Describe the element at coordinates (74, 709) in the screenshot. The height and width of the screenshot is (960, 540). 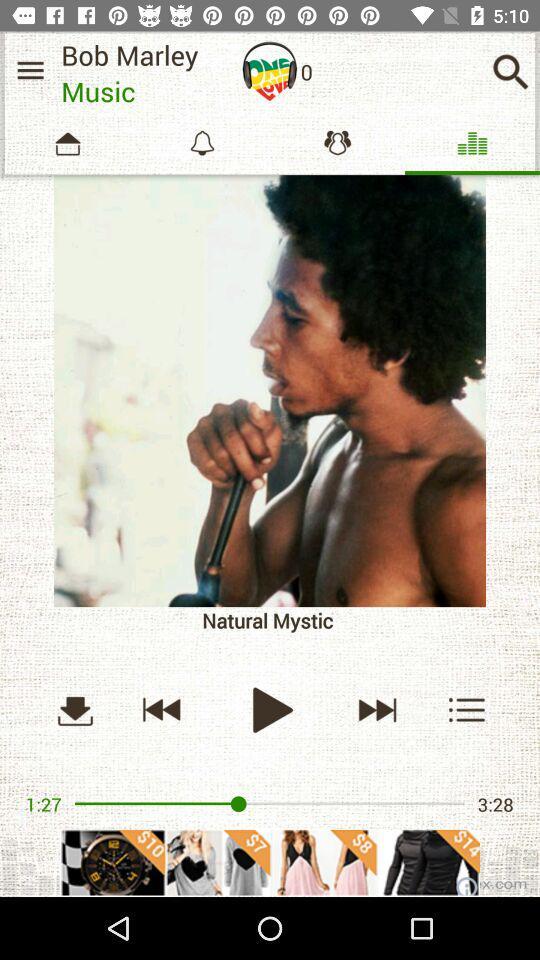
I see `download` at that location.